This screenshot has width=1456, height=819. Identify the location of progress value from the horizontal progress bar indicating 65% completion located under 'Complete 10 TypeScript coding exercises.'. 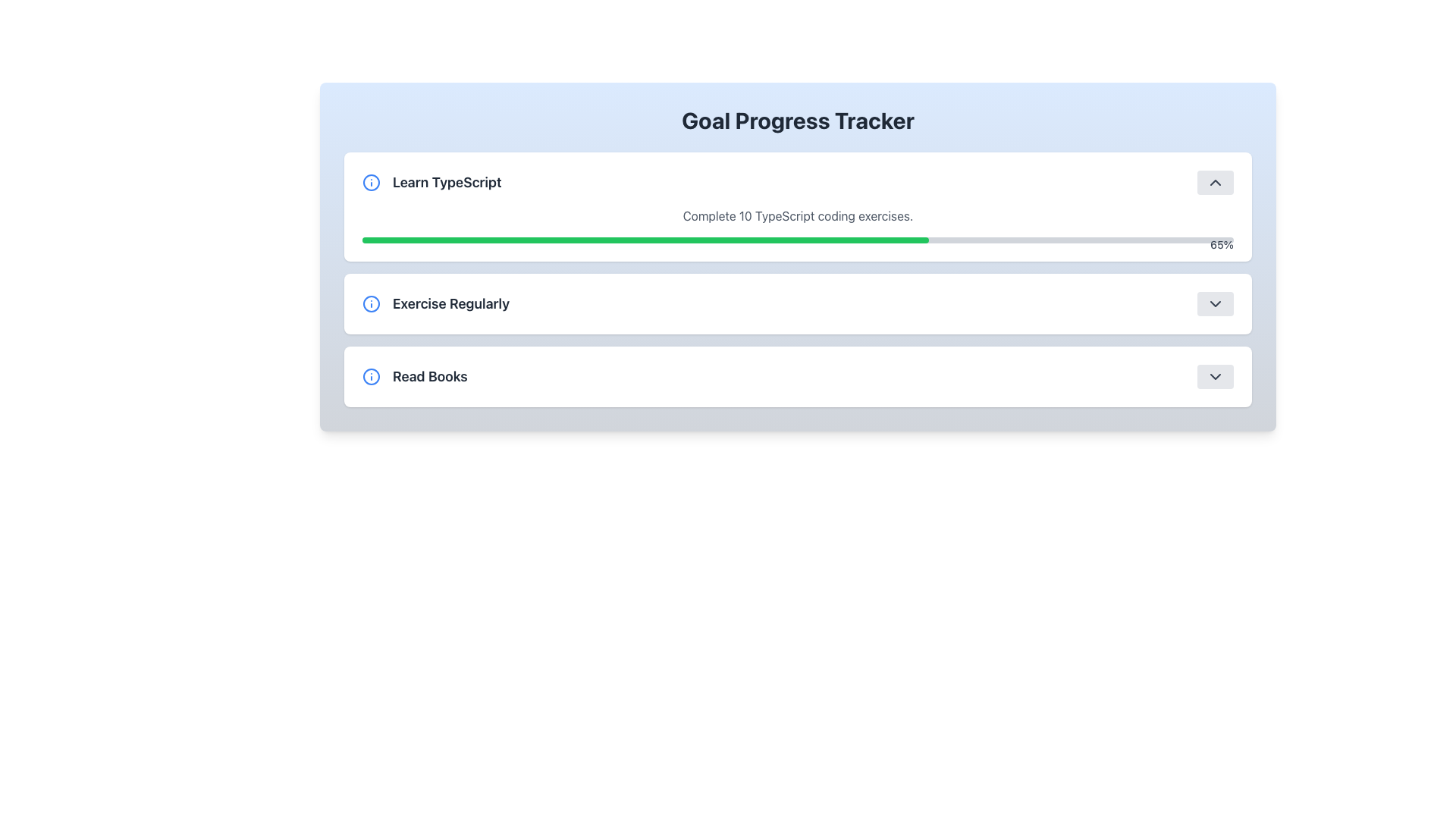
(797, 239).